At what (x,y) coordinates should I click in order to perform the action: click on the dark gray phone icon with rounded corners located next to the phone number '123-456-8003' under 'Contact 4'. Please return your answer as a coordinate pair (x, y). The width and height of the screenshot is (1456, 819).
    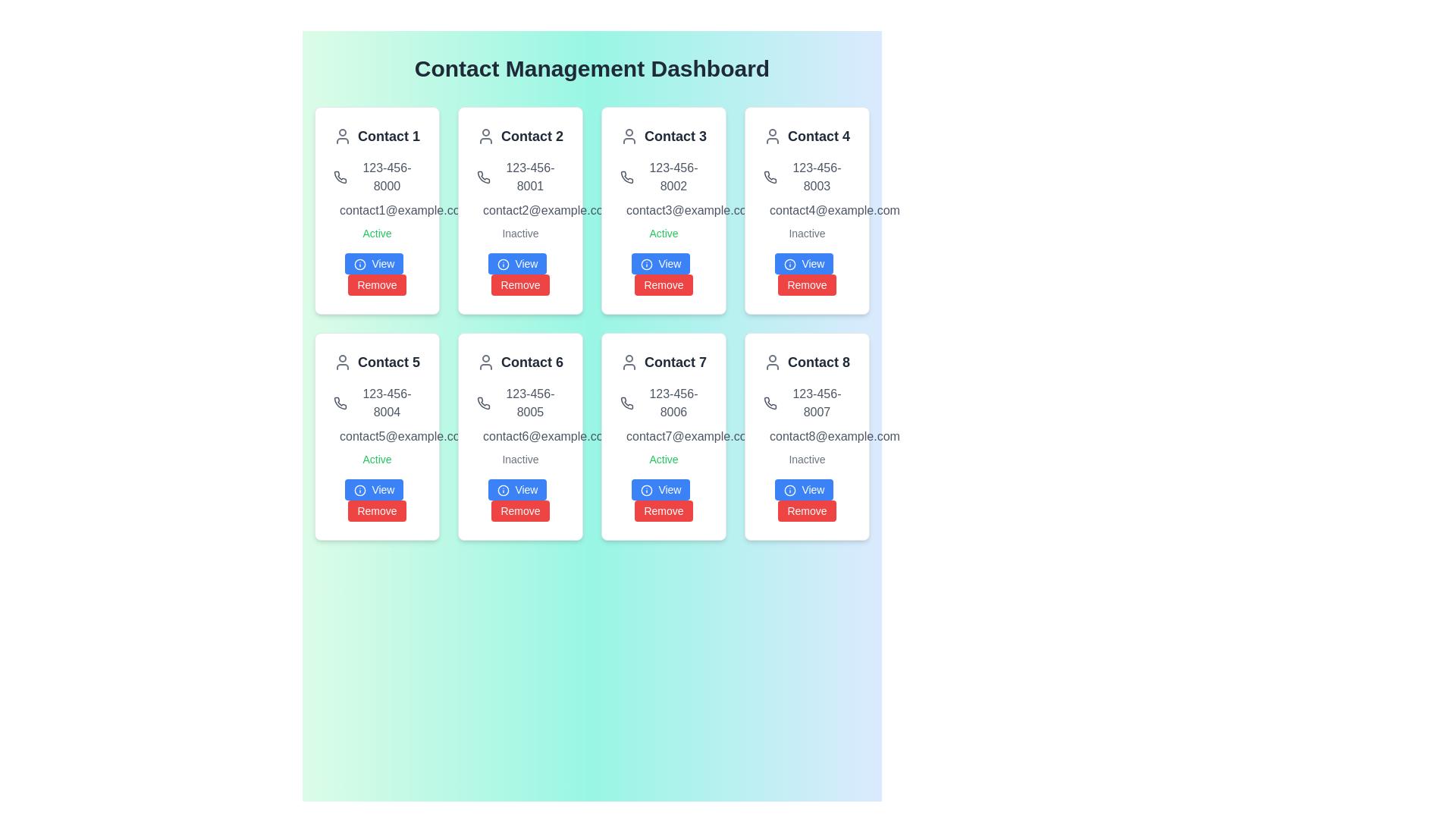
    Looking at the image, I should click on (770, 177).